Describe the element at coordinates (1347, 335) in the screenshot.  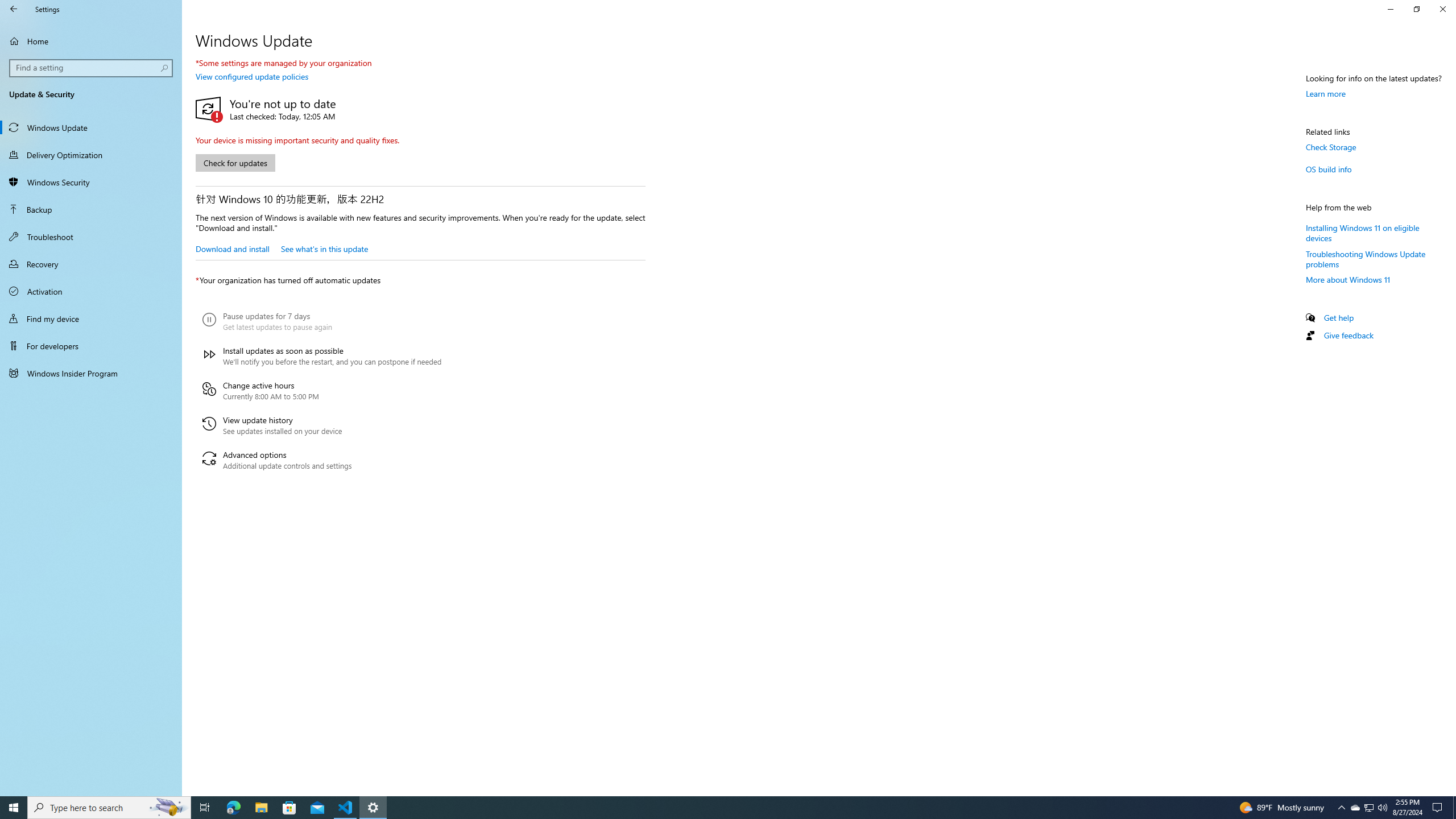
I see `'Give feedback'` at that location.